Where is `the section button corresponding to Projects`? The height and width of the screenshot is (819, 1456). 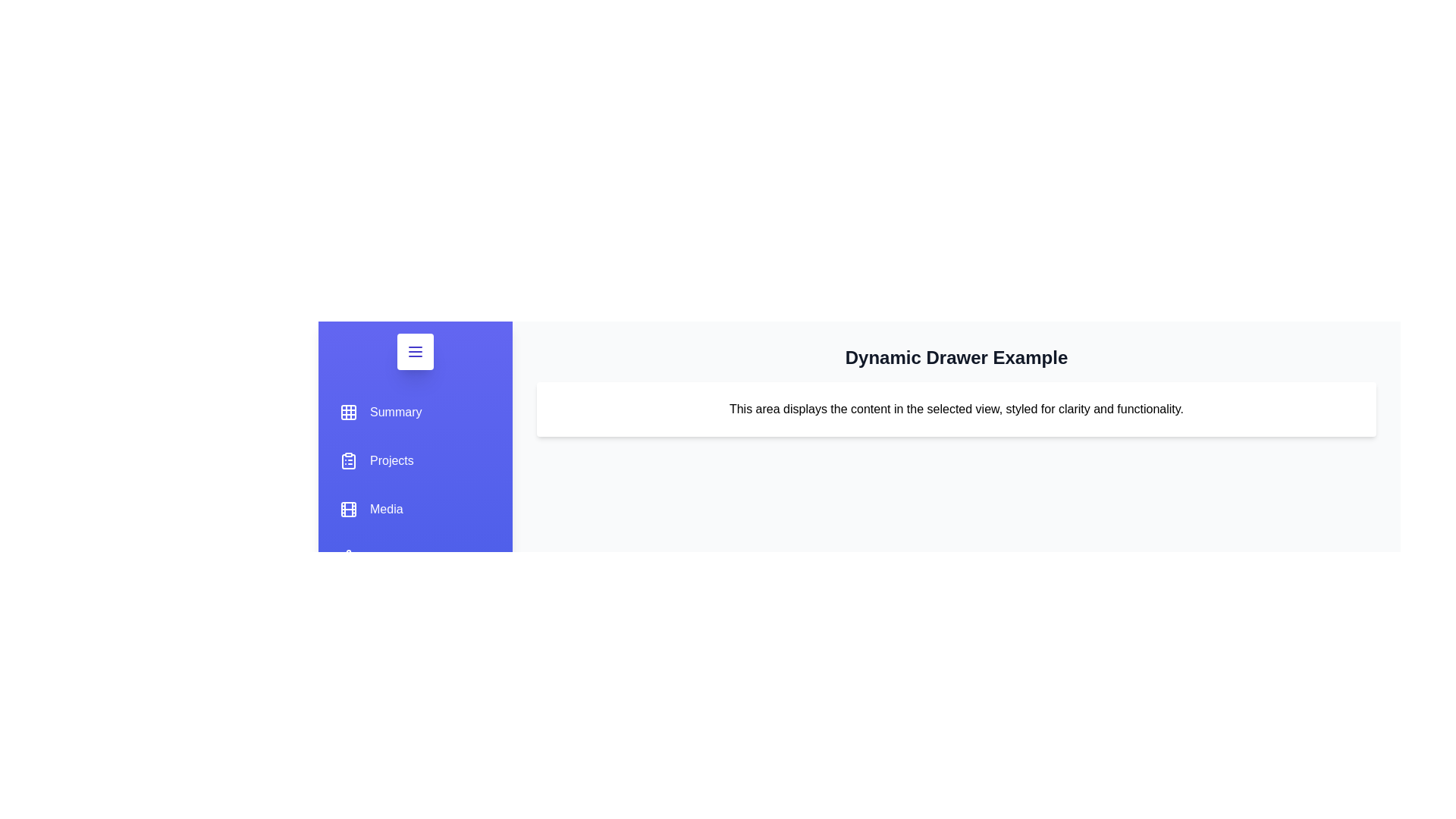
the section button corresponding to Projects is located at coordinates (377, 460).